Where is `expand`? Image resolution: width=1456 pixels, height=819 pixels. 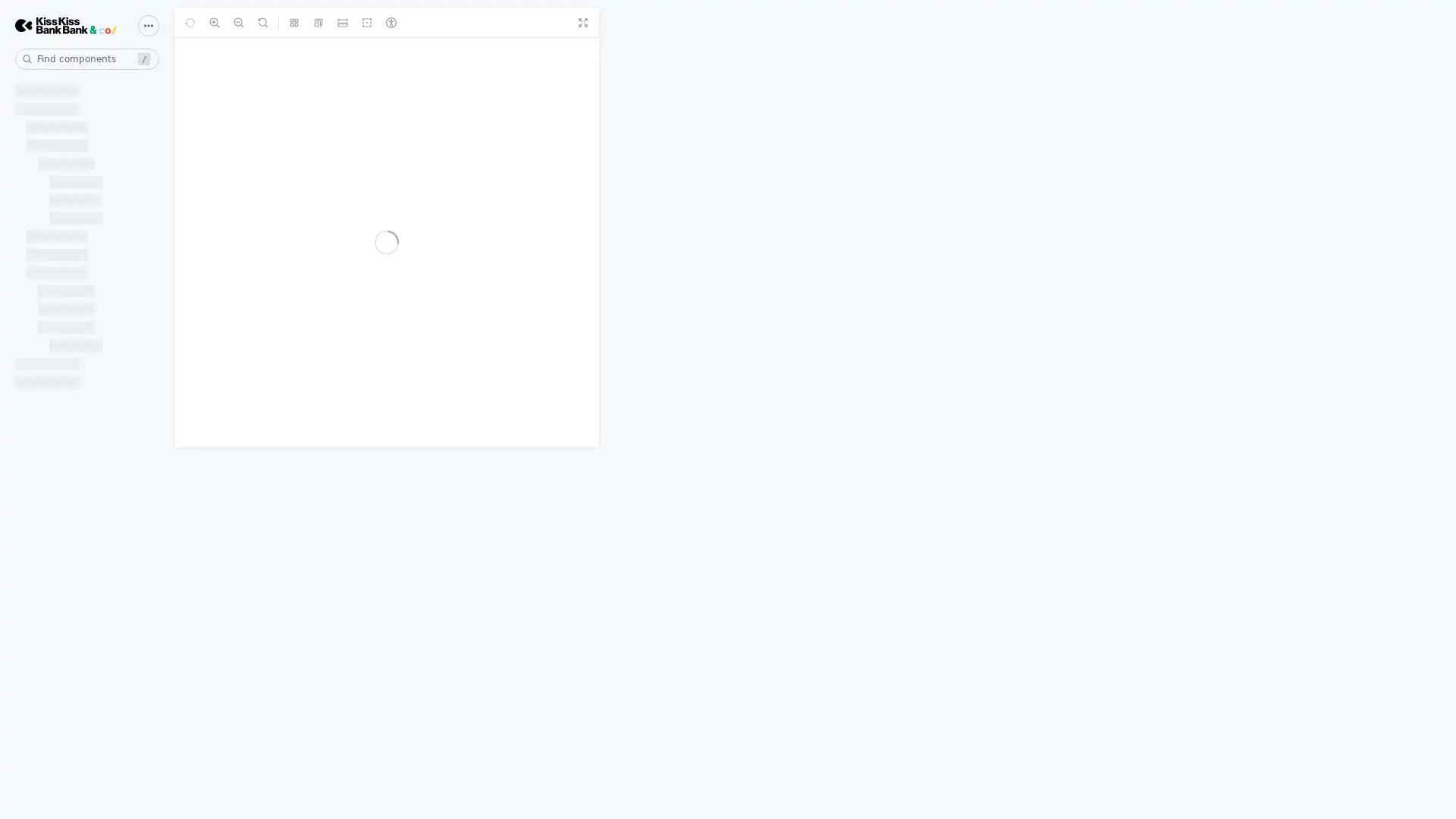 expand is located at coordinates (152, 89).